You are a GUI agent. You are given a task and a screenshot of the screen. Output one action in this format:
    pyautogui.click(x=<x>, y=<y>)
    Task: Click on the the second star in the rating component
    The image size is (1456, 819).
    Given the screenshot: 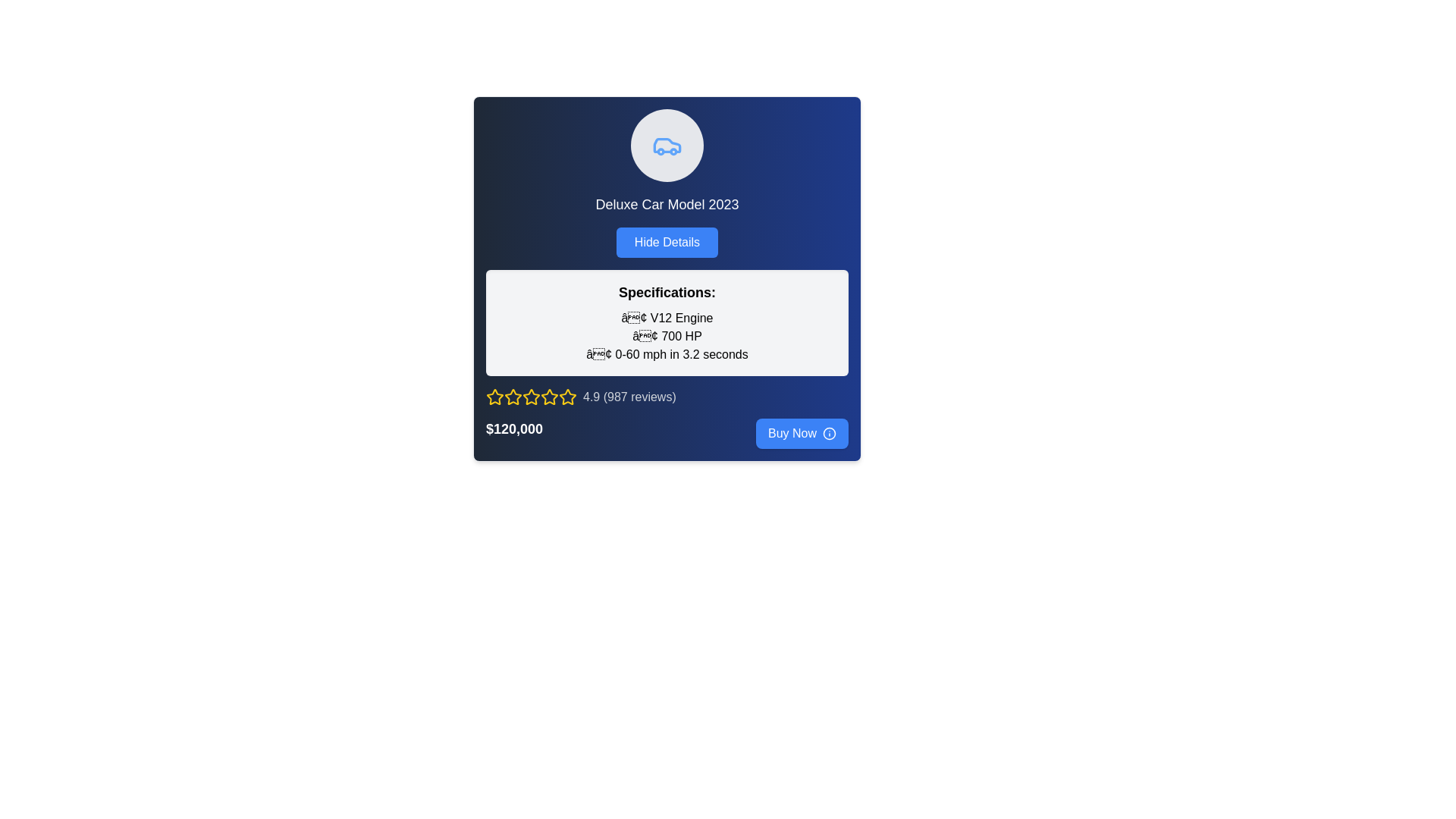 What is the action you would take?
    pyautogui.click(x=531, y=396)
    